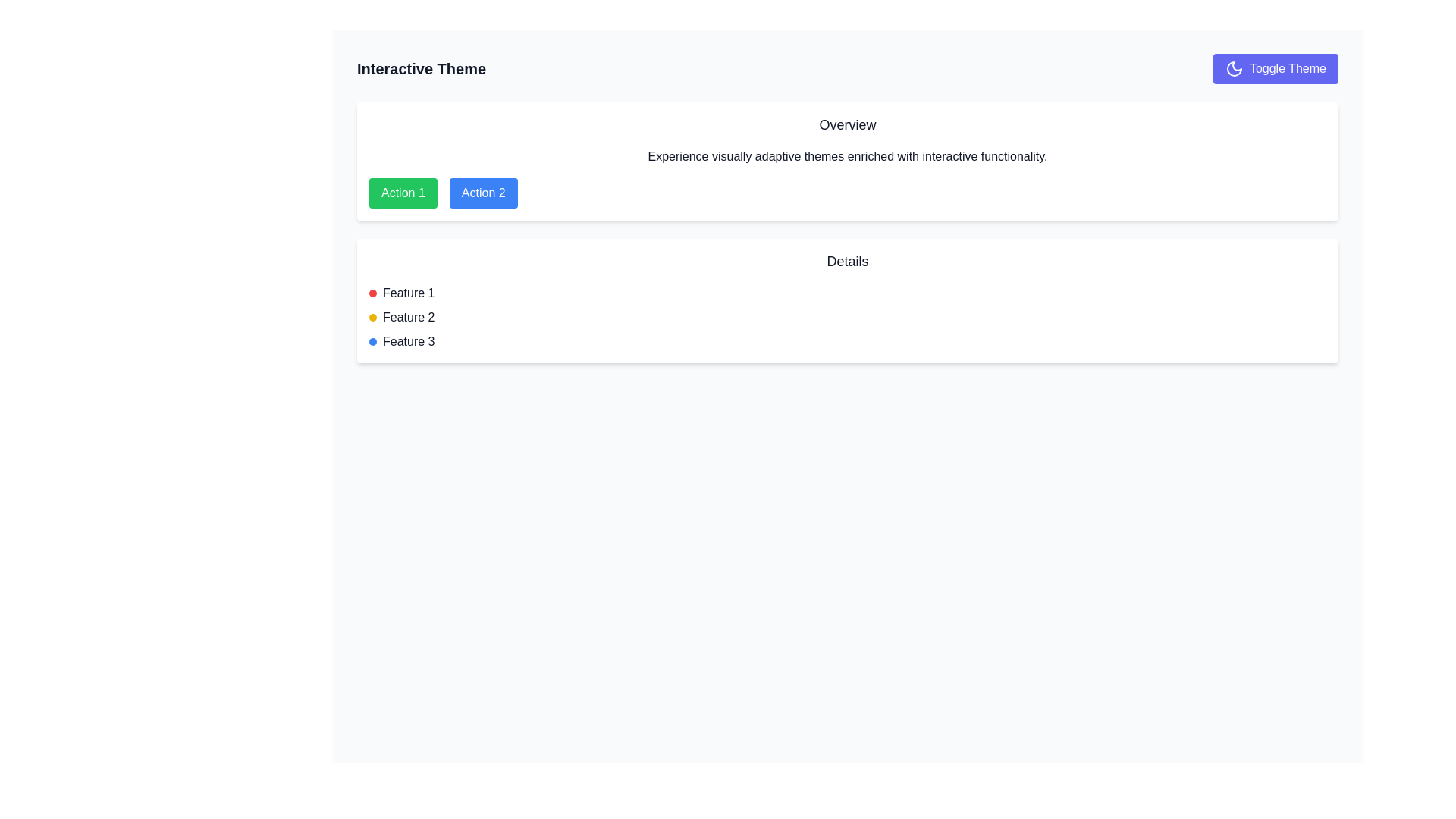 The image size is (1456, 819). I want to click on the button labeled 'Action 1' which has a green background and white bold text, located near the top center of the interface, so click(403, 192).